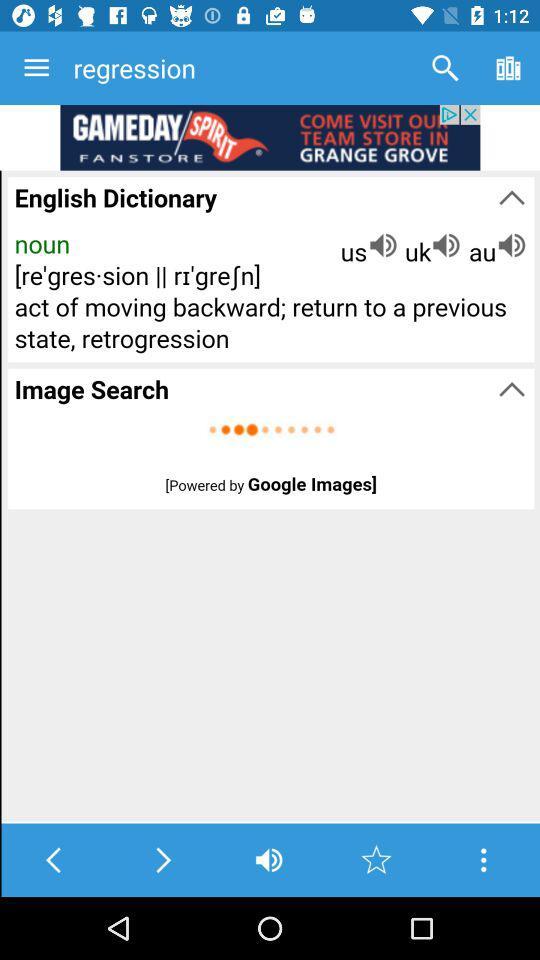 The image size is (540, 960). What do you see at coordinates (54, 859) in the screenshot?
I see `go back` at bounding box center [54, 859].